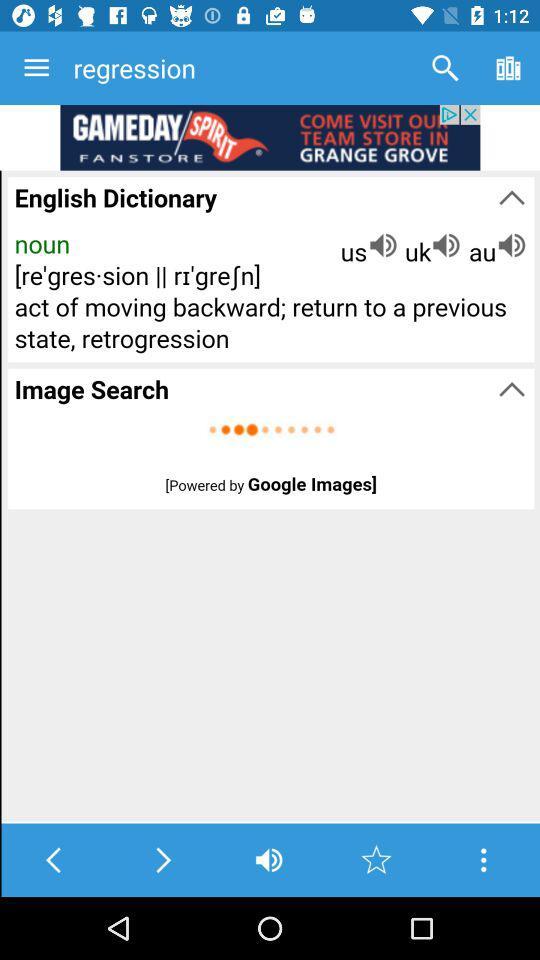 The image size is (540, 960). What do you see at coordinates (54, 859) in the screenshot?
I see `go back` at bounding box center [54, 859].